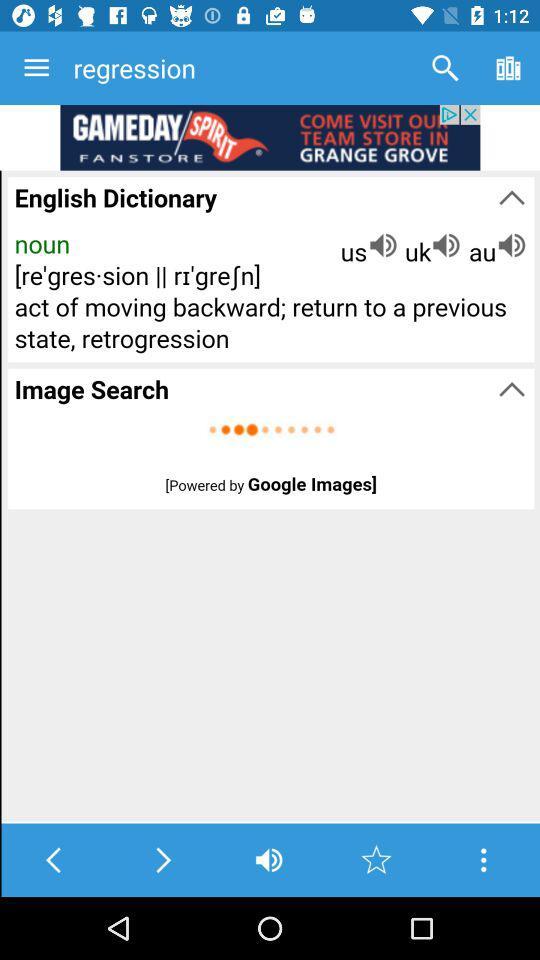 The image size is (540, 960). What do you see at coordinates (54, 859) in the screenshot?
I see `go back` at bounding box center [54, 859].